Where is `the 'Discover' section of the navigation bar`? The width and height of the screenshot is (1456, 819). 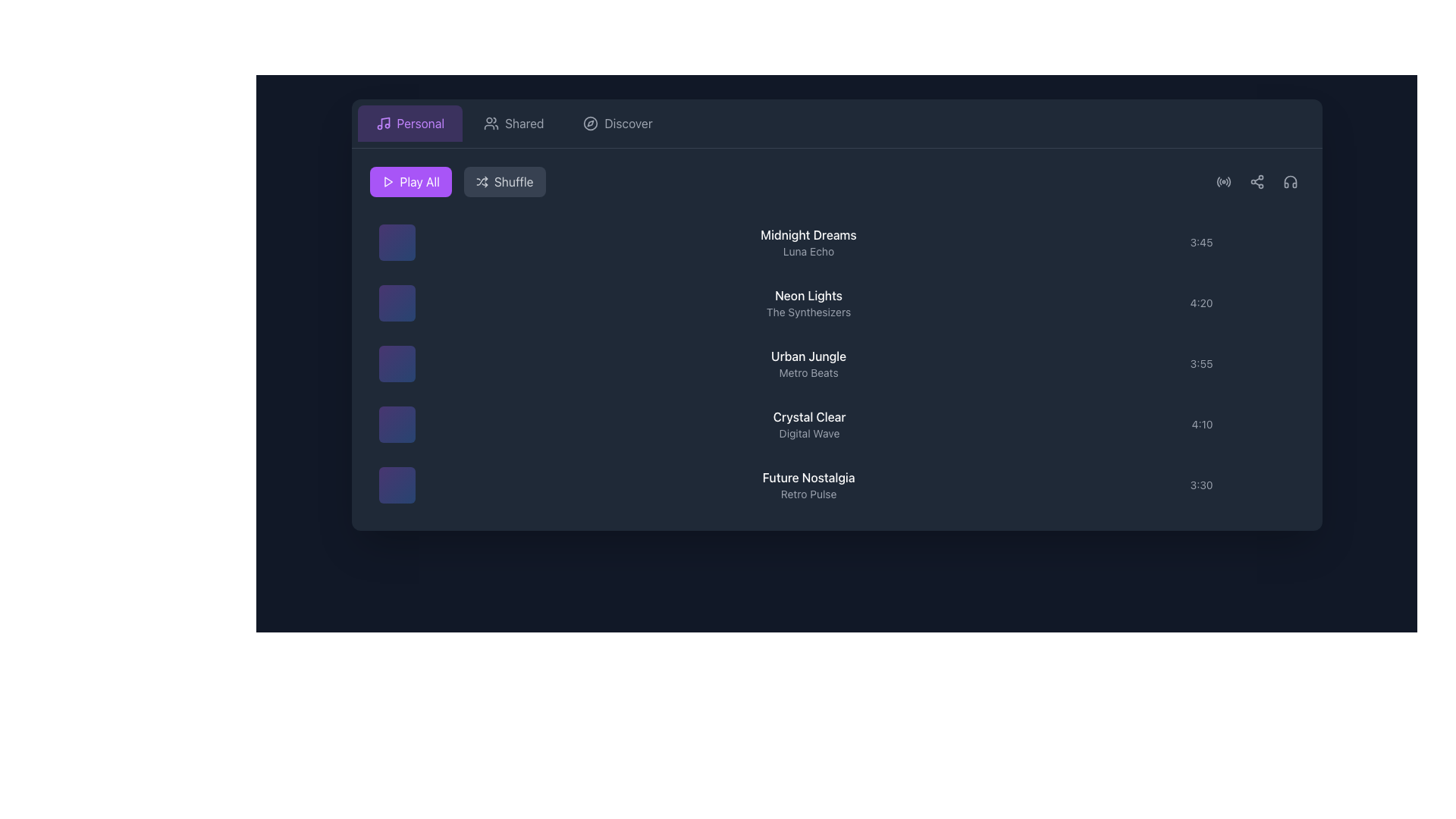 the 'Discover' section of the navigation bar is located at coordinates (836, 122).